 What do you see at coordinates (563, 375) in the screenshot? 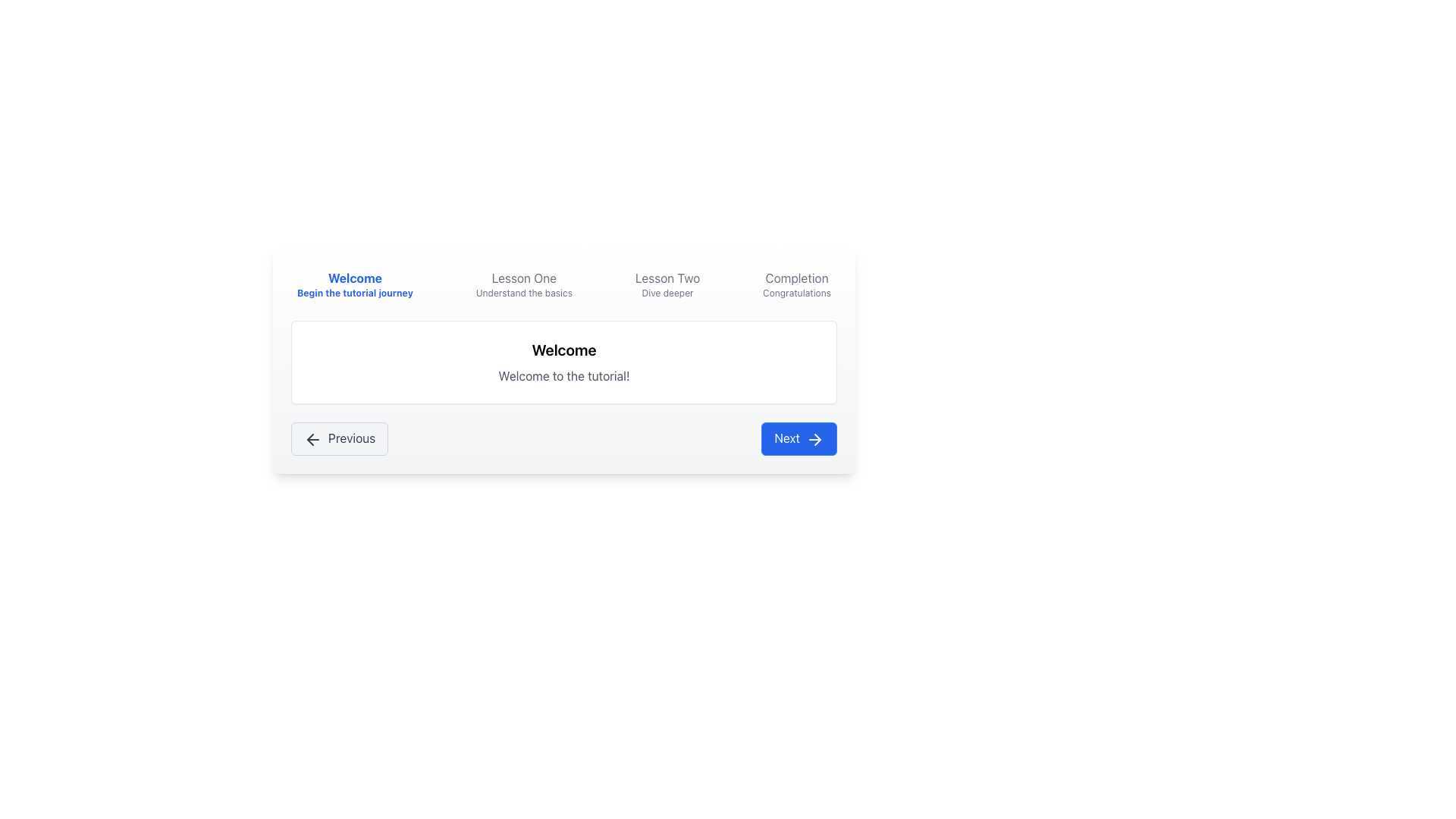
I see `message displayed in the text component that says 'Welcome to the tutorial!' located below the bold 'Welcome' heading` at bounding box center [563, 375].